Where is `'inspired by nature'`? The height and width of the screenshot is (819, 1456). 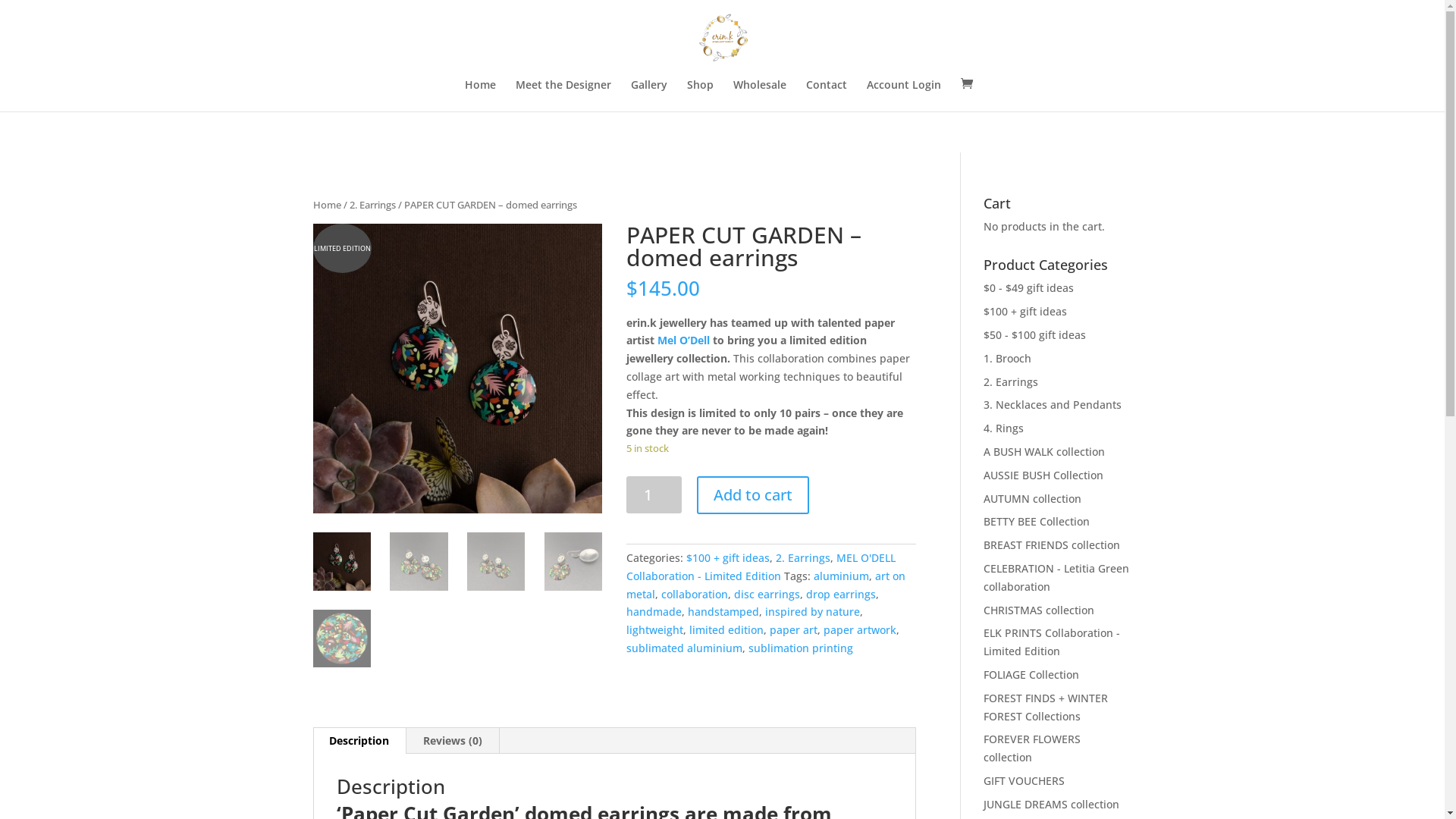
'inspired by nature' is located at coordinates (811, 610).